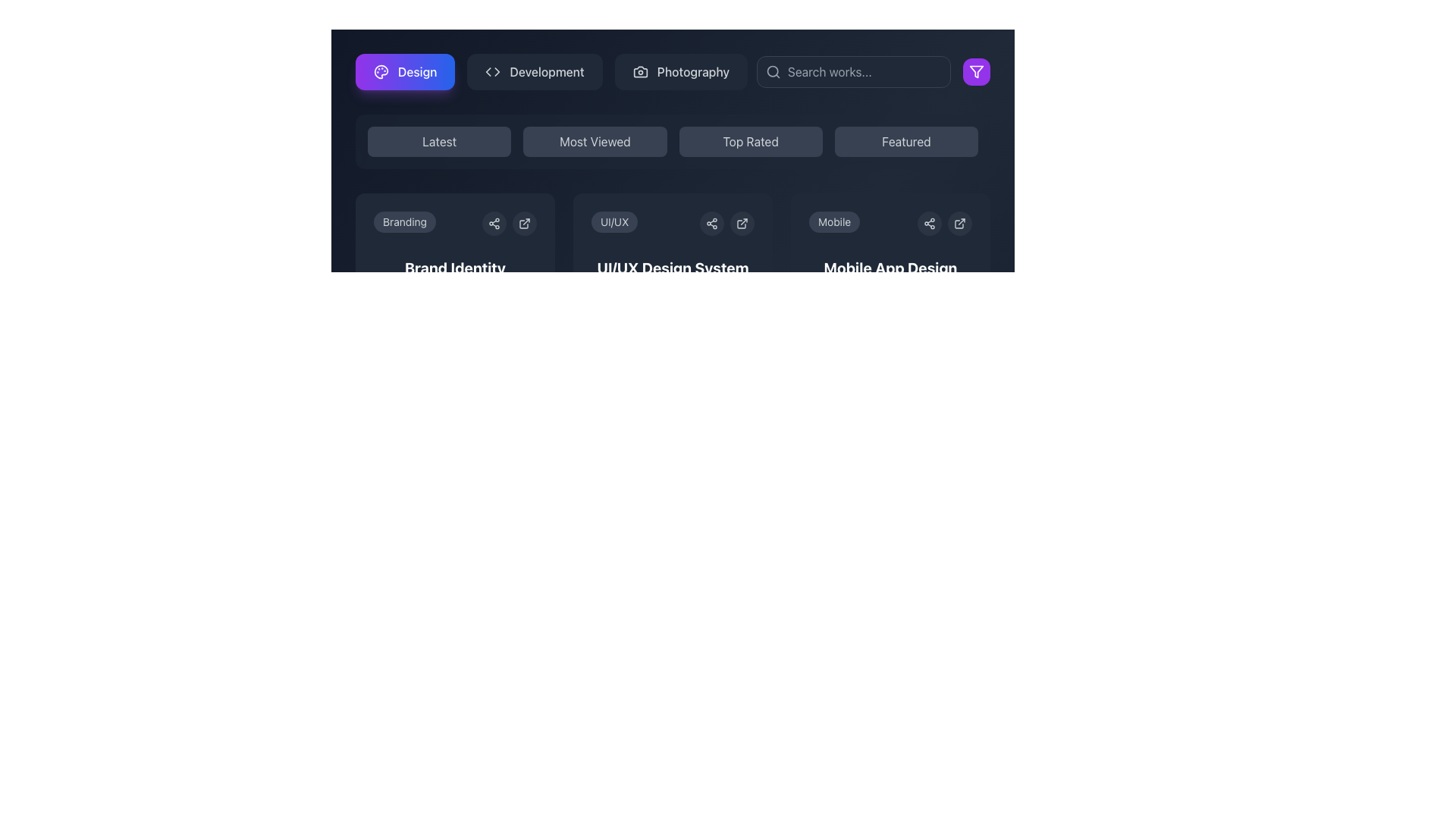  What do you see at coordinates (493, 72) in the screenshot?
I see `the visual representation of the leftmost icon within the button labeled 'development', which is centrally aligned vertically and located to the immediate left of the text 'development'` at bounding box center [493, 72].